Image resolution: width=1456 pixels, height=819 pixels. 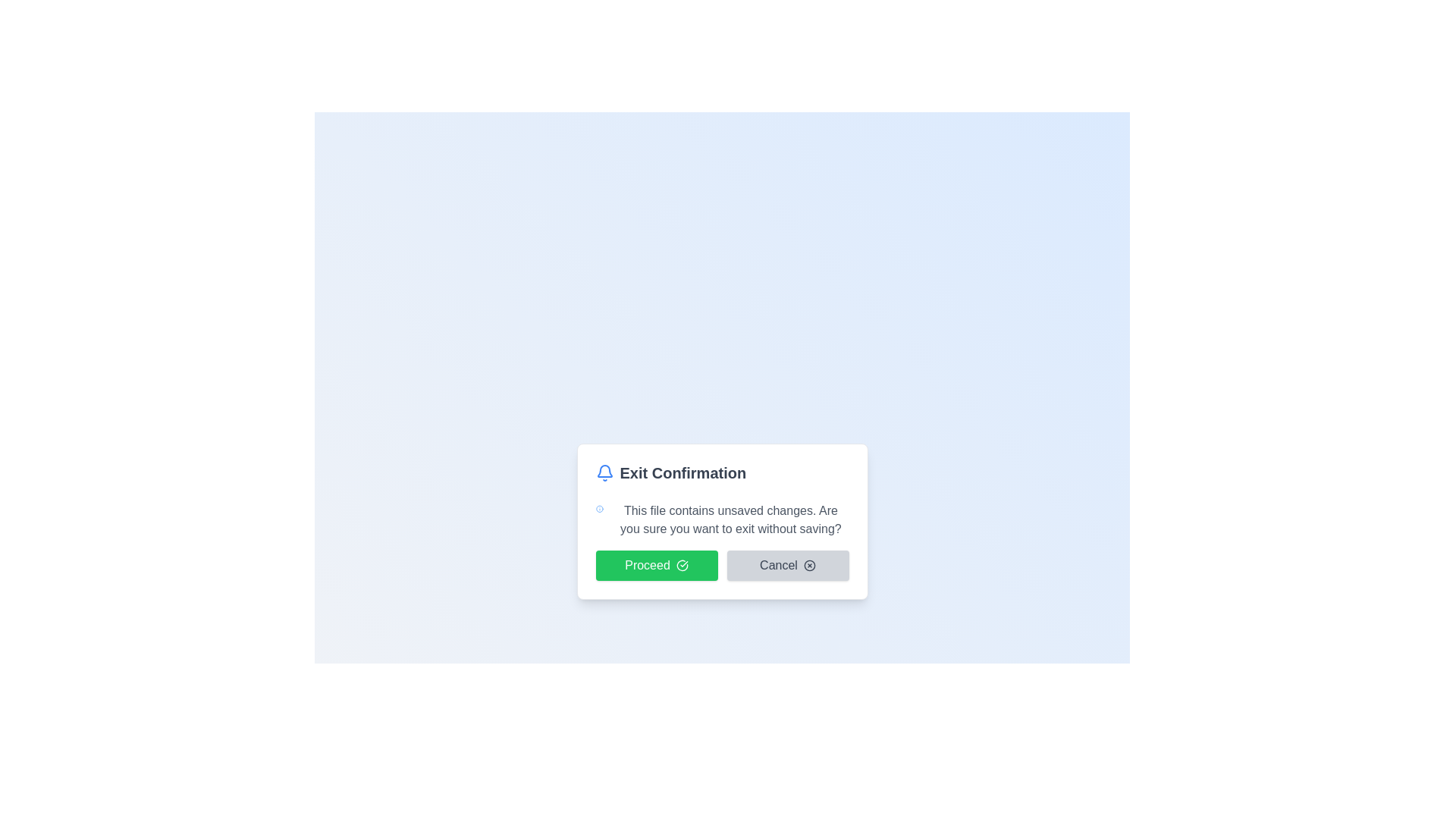 I want to click on the circular checkmark icon inside the green button located adjacent, so click(x=681, y=565).